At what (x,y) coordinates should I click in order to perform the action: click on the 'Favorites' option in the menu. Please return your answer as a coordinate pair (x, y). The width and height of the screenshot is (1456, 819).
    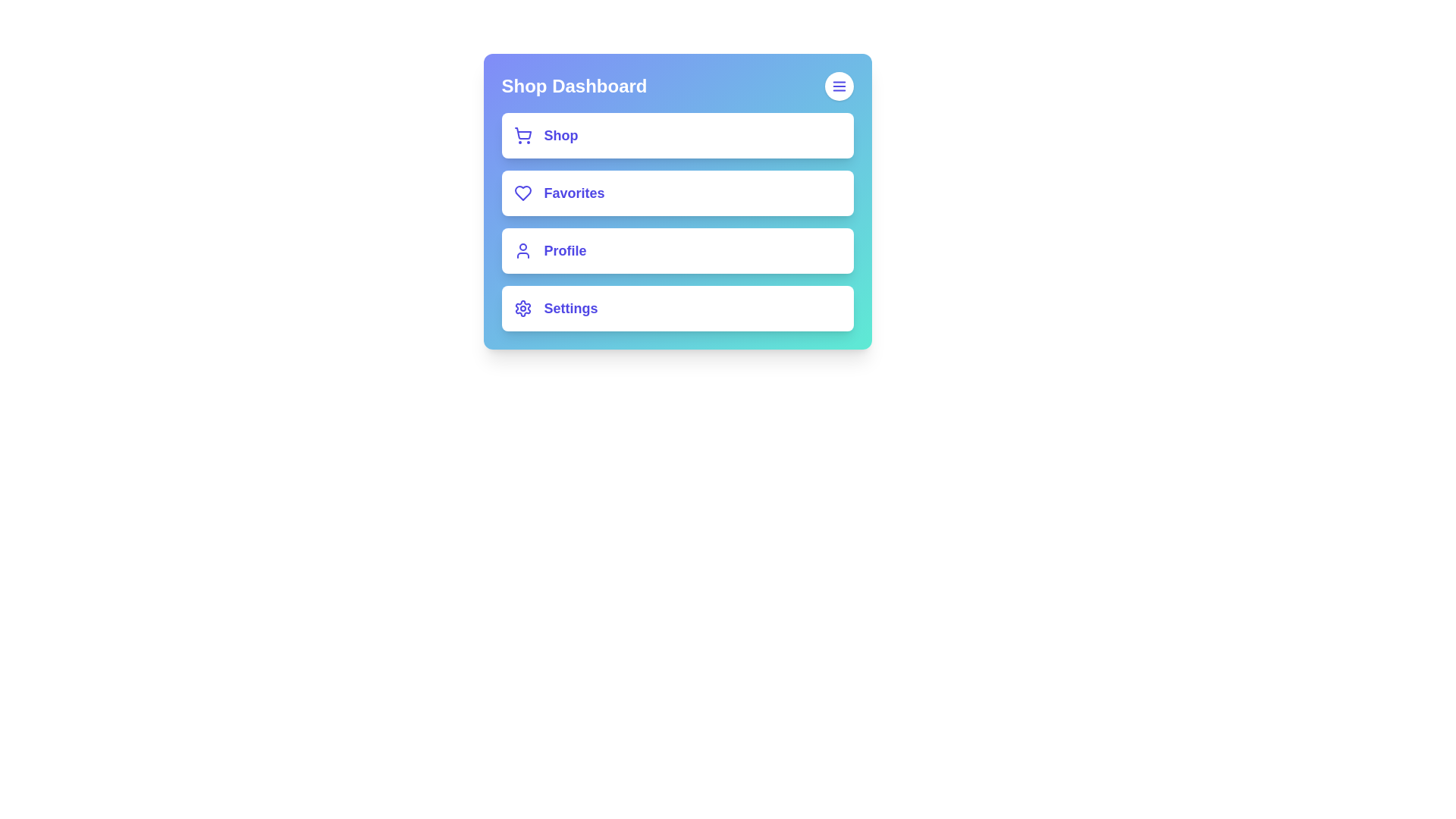
    Looking at the image, I should click on (676, 192).